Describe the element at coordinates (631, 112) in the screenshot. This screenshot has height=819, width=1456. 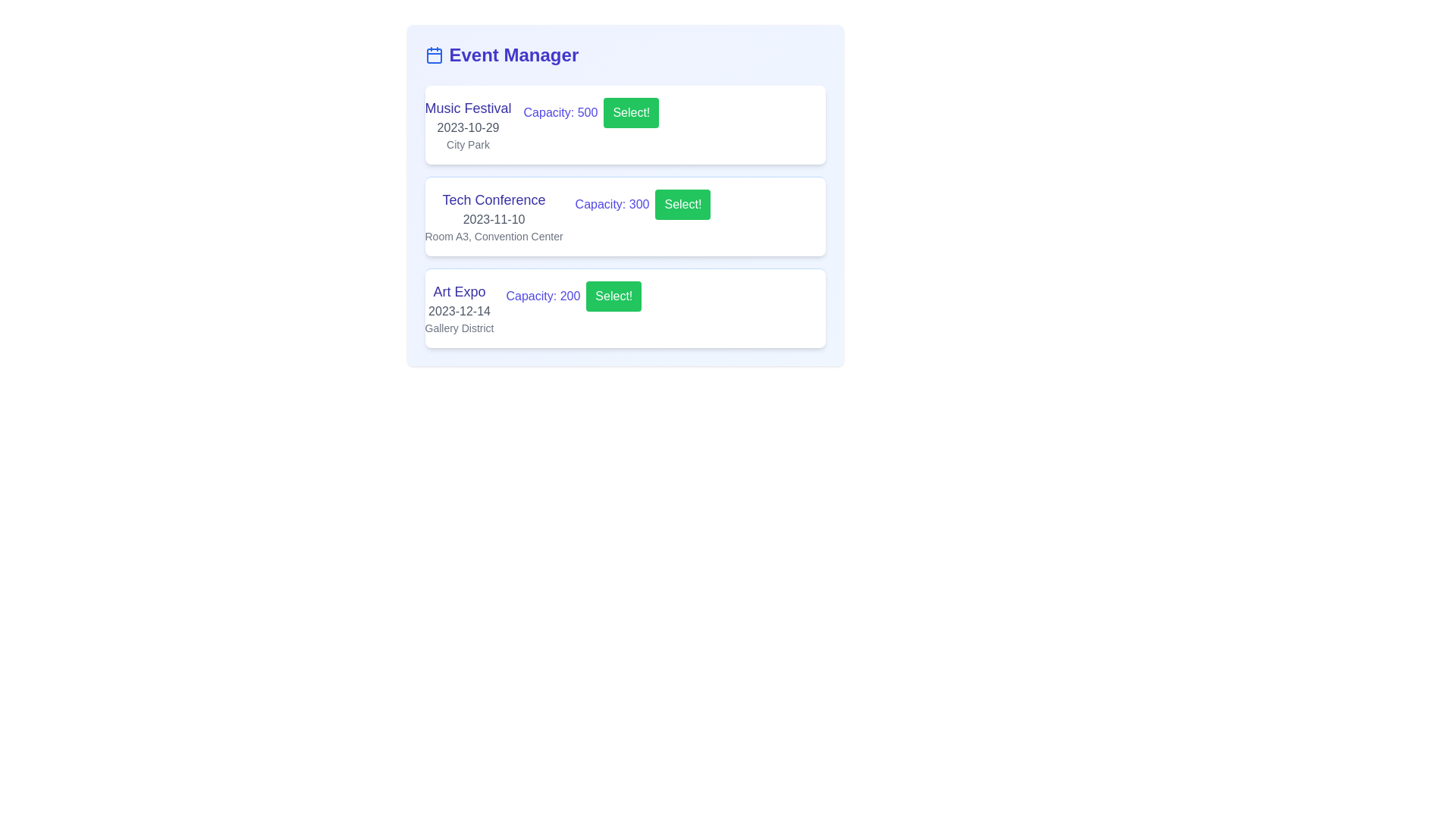
I see `the green button labeled 'Select!' positioned to the right of the 'Capacity: 500' text` at that location.